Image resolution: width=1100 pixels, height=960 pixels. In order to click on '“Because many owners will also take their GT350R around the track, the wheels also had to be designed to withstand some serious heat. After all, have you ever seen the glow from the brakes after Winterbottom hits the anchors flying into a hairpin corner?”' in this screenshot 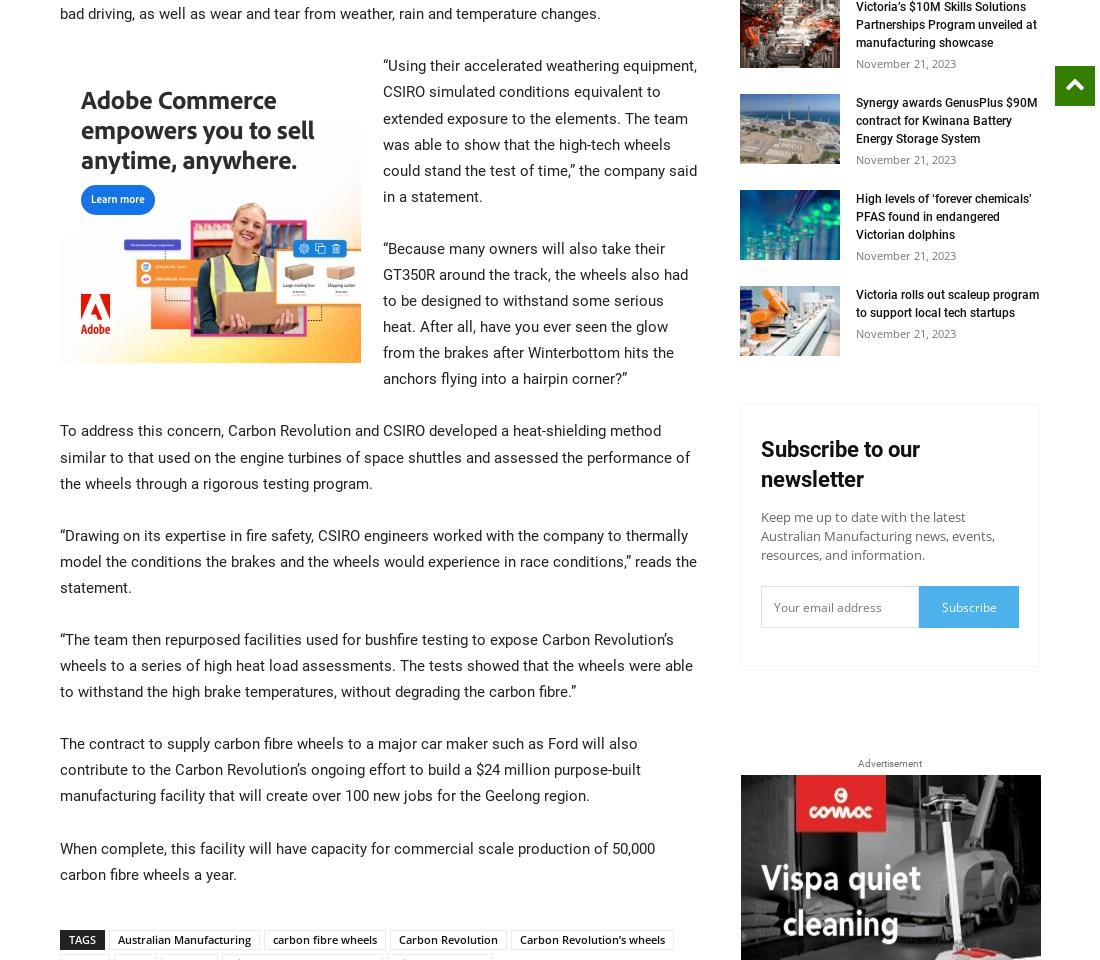, I will do `click(535, 313)`.